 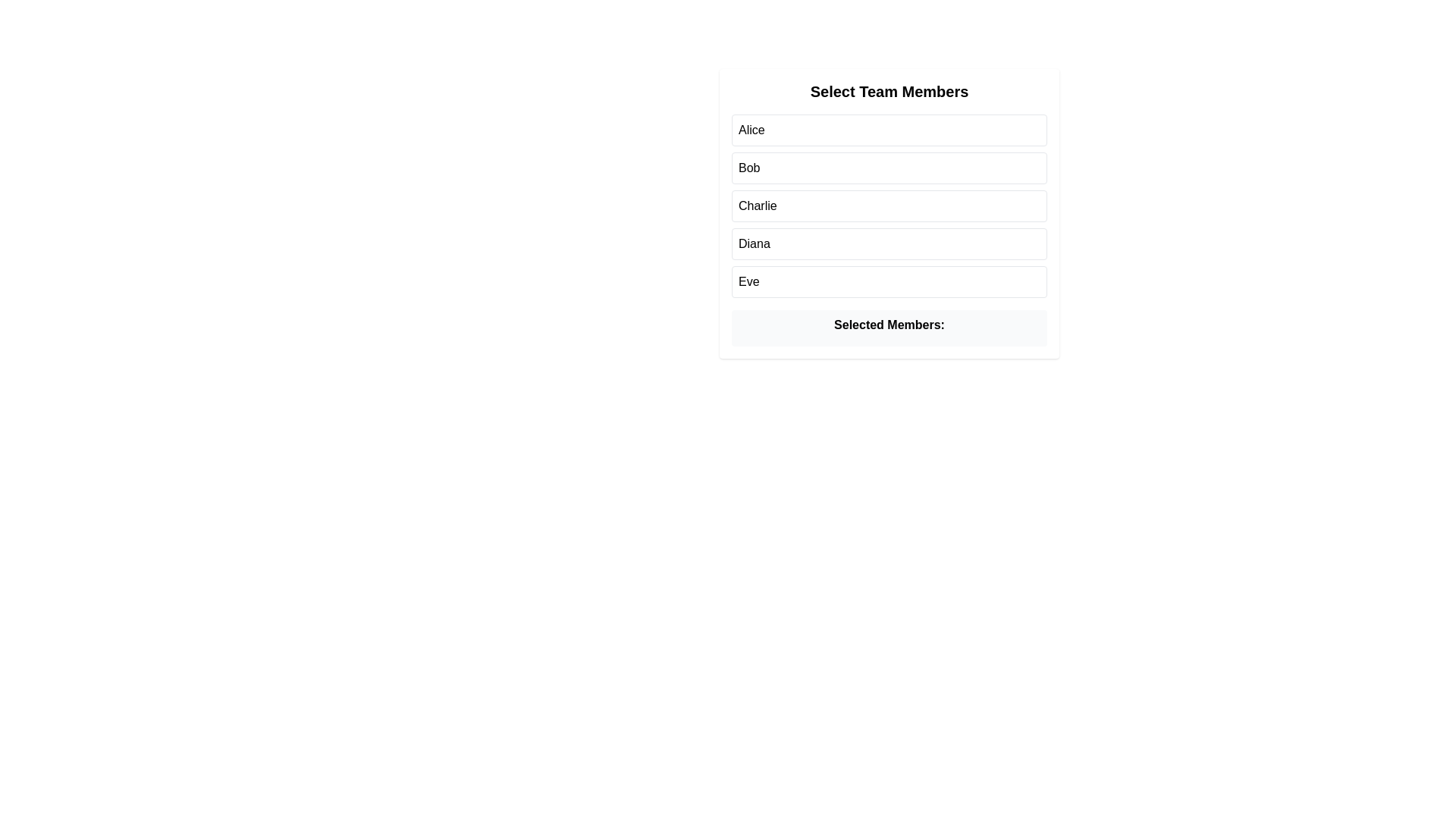 I want to click on the list item labeled 'Alice', so click(x=889, y=130).